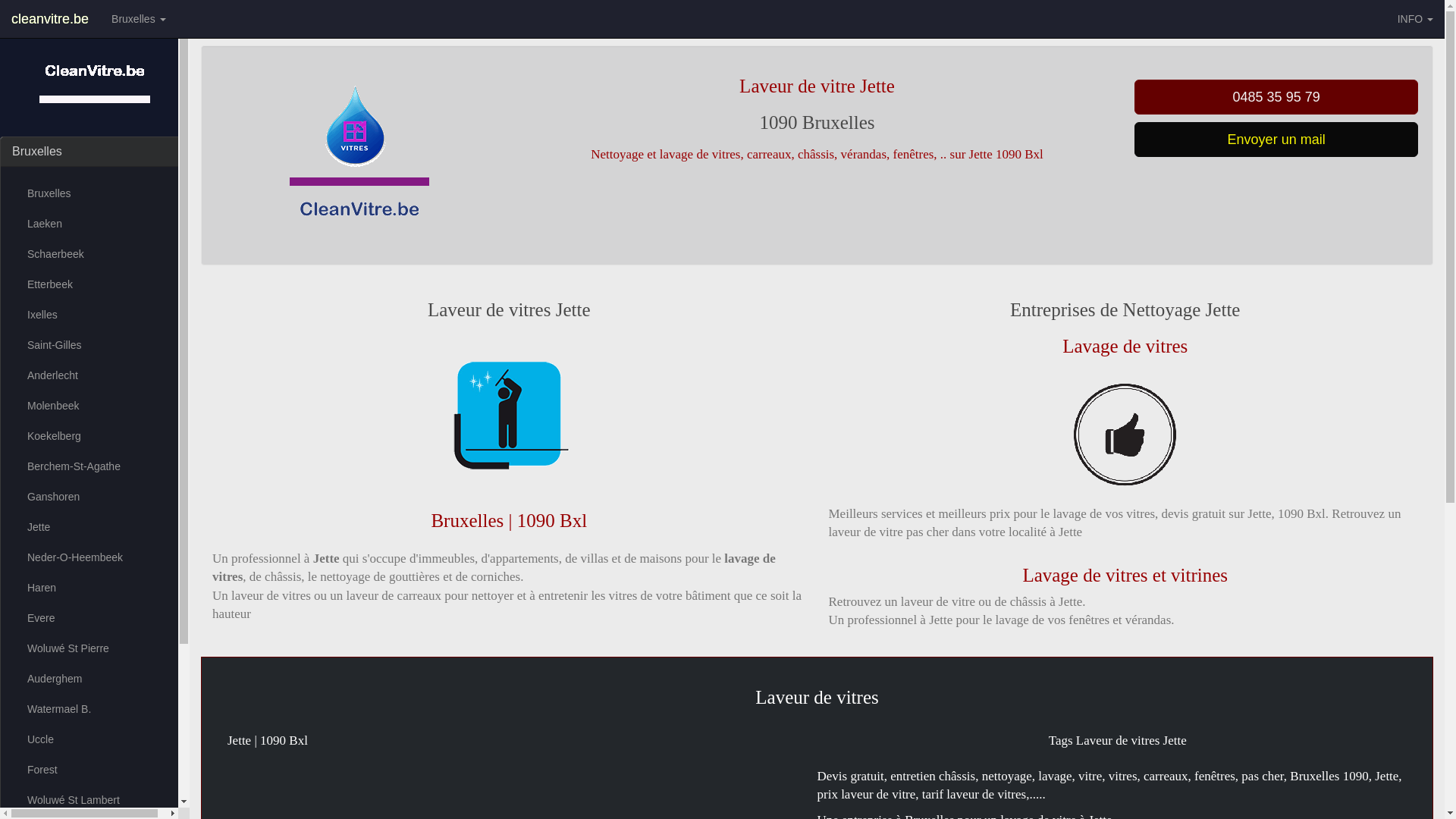 This screenshot has height=819, width=1456. Describe the element at coordinates (1276, 96) in the screenshot. I see `'0485 35 95 79'` at that location.